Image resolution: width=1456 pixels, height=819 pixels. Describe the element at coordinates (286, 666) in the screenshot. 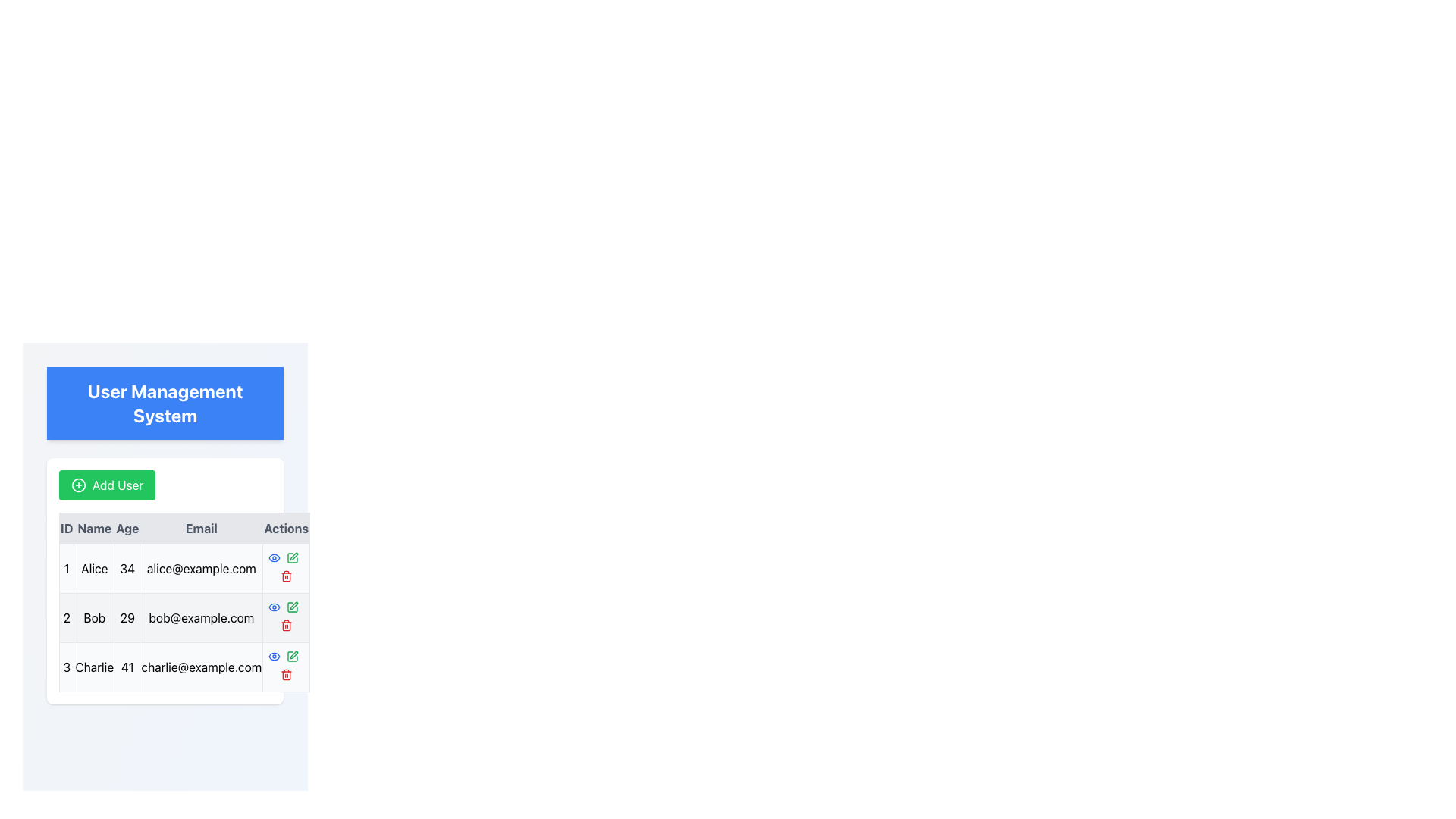

I see `the delete button icon in the actions column for the user 'Charlie' (ID '3') to initiate deletion` at that location.